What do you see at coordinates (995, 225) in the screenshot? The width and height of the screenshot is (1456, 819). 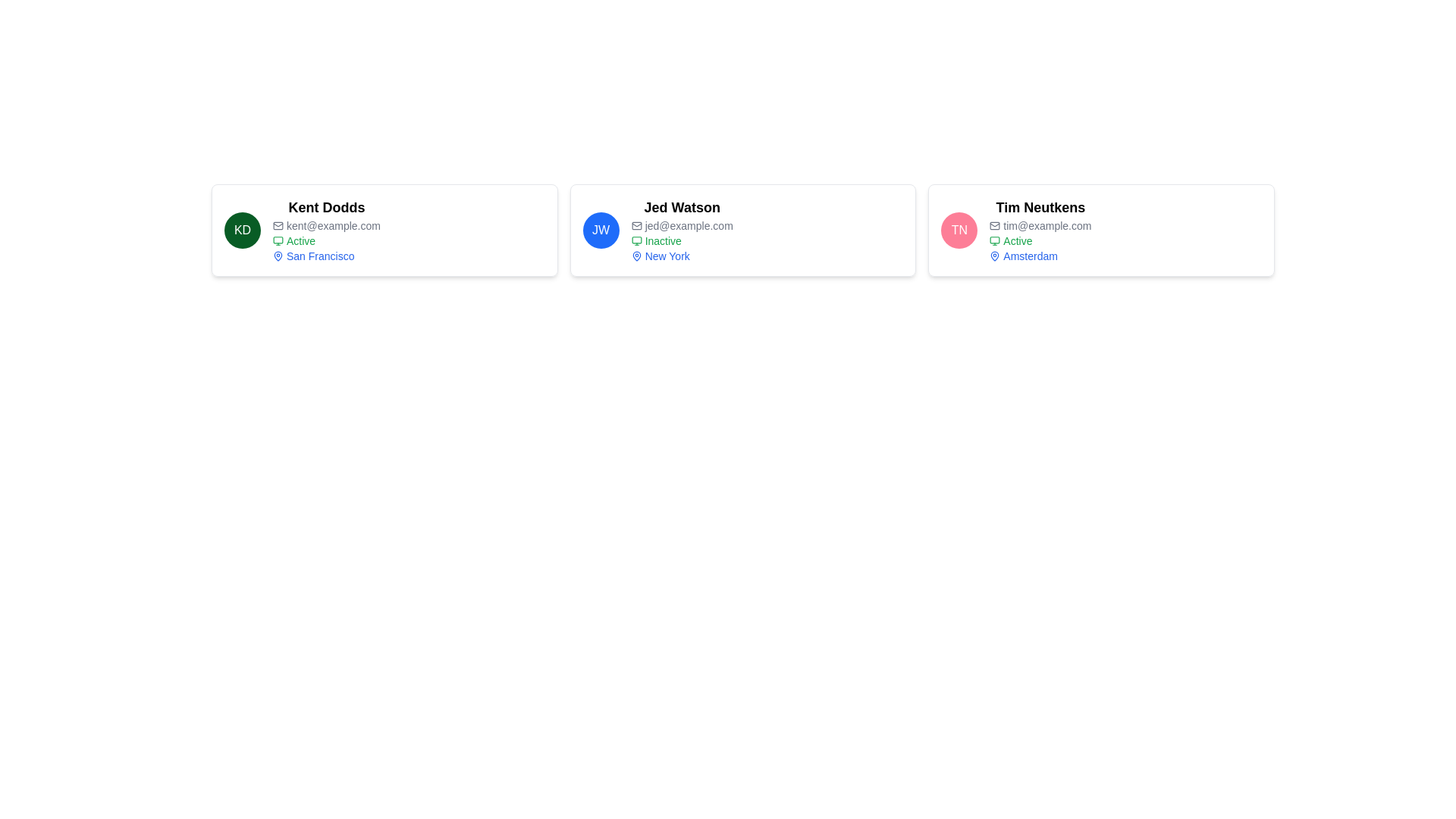 I see `the envelope icon located in the email section of the card labeled 'Tim Neutkens', which is positioned to the left of the email address 'tim@example.com'` at bounding box center [995, 225].